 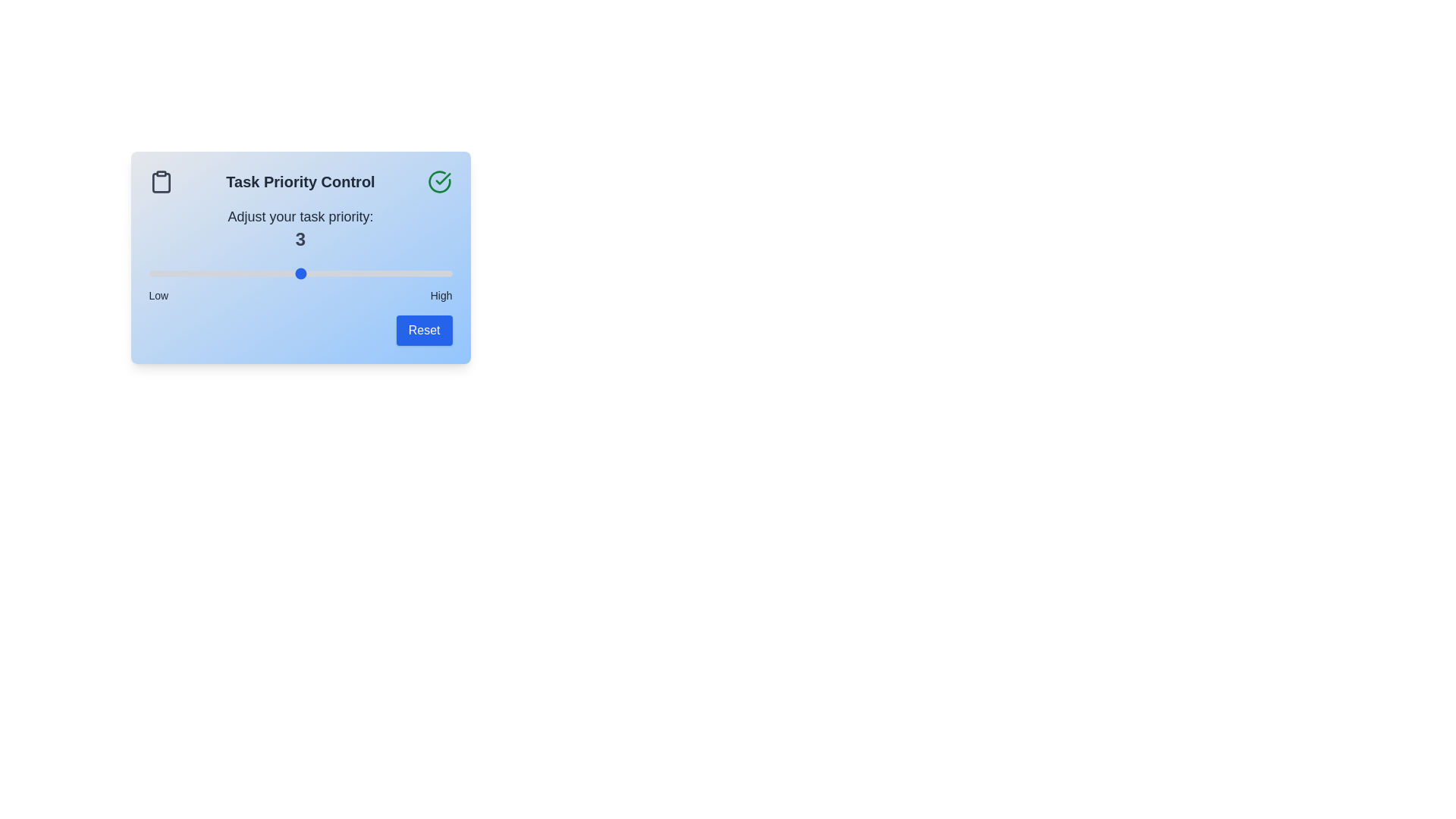 What do you see at coordinates (300, 274) in the screenshot?
I see `the priority slider to 3 within the range of 1 to 5` at bounding box center [300, 274].